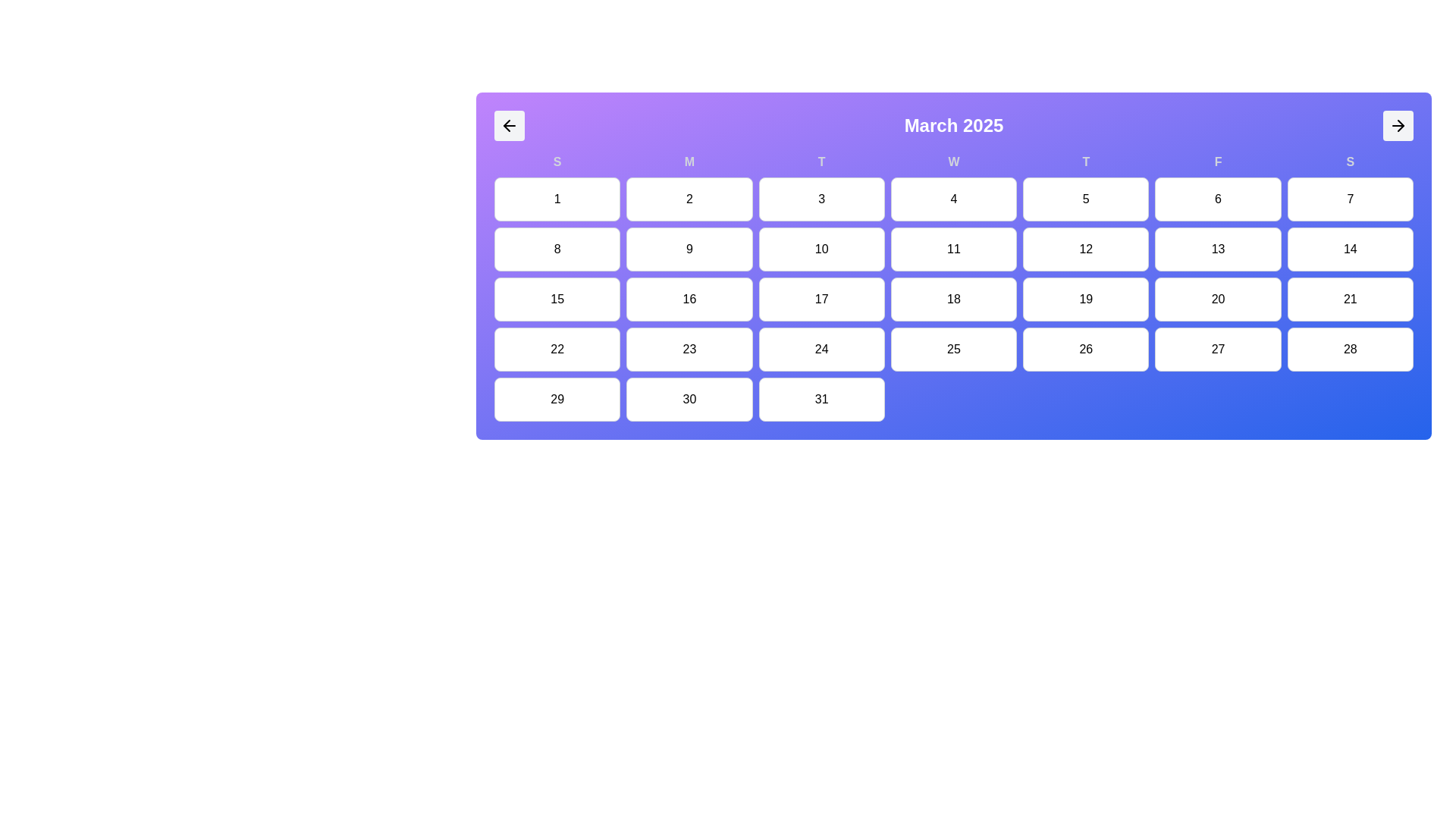  I want to click on the calendar date tile representing Sunday the 8th, which is a square white tile with a rounded border and bold black text '8', so click(557, 248).